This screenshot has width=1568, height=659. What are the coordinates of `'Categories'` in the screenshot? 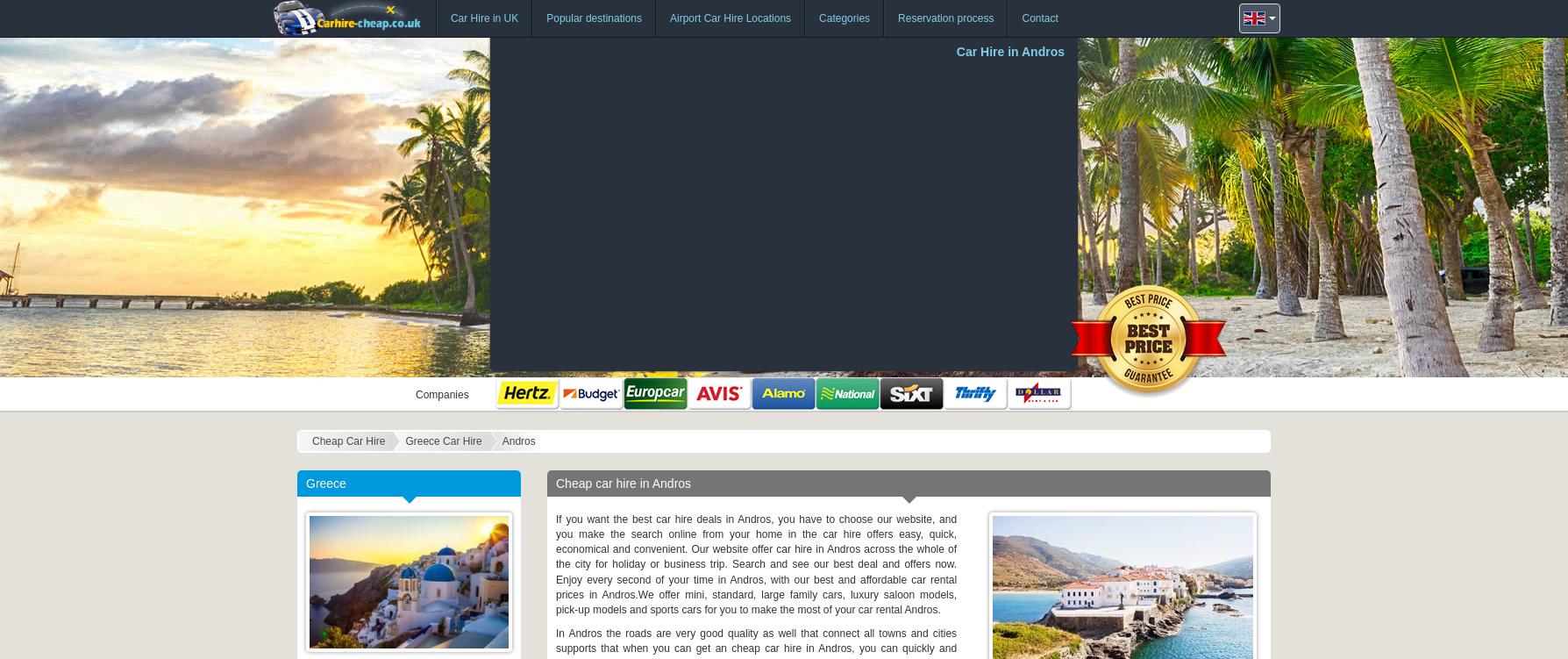 It's located at (845, 18).